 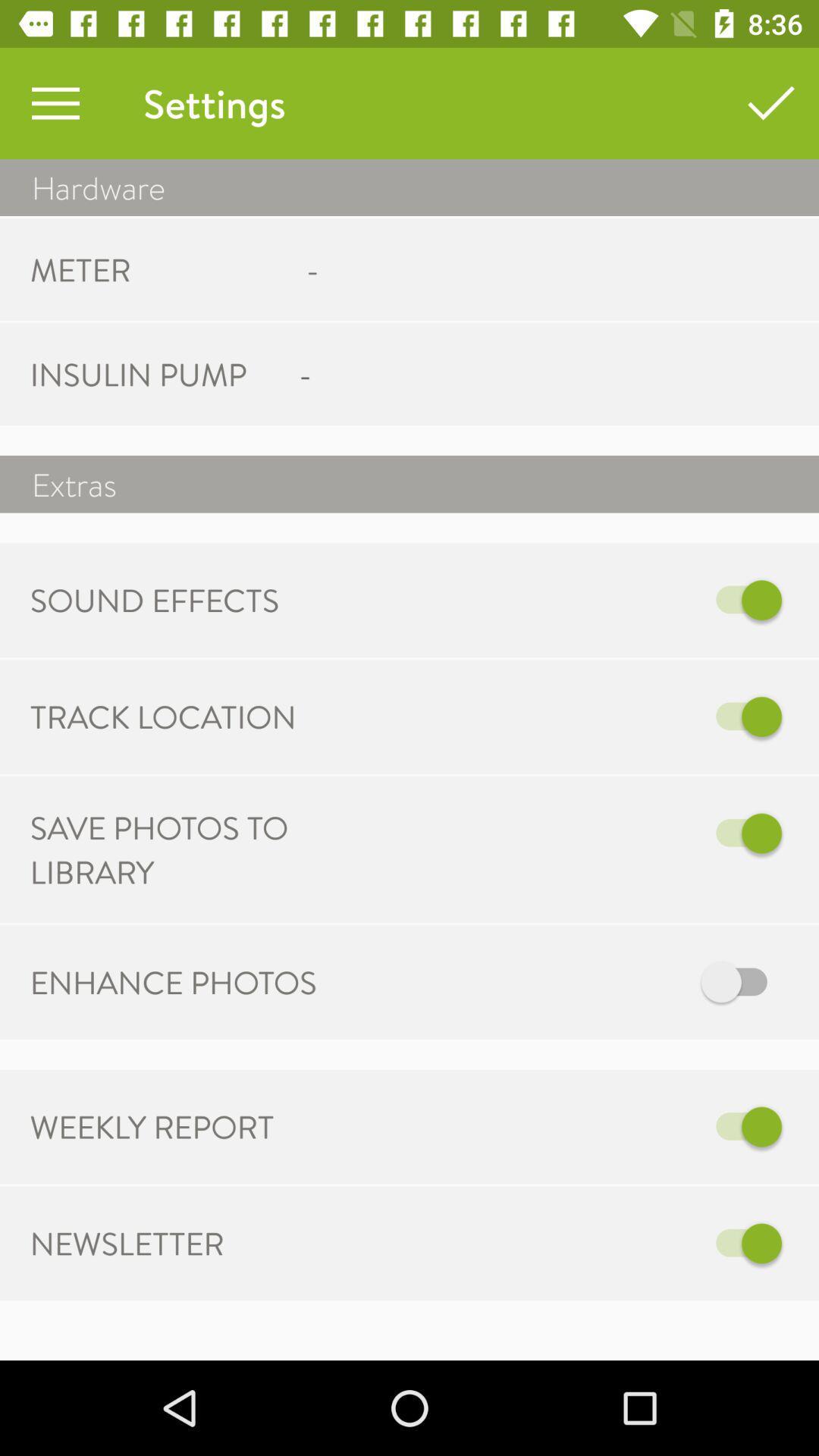 I want to click on the icon next to newsletter item, so click(x=566, y=1243).